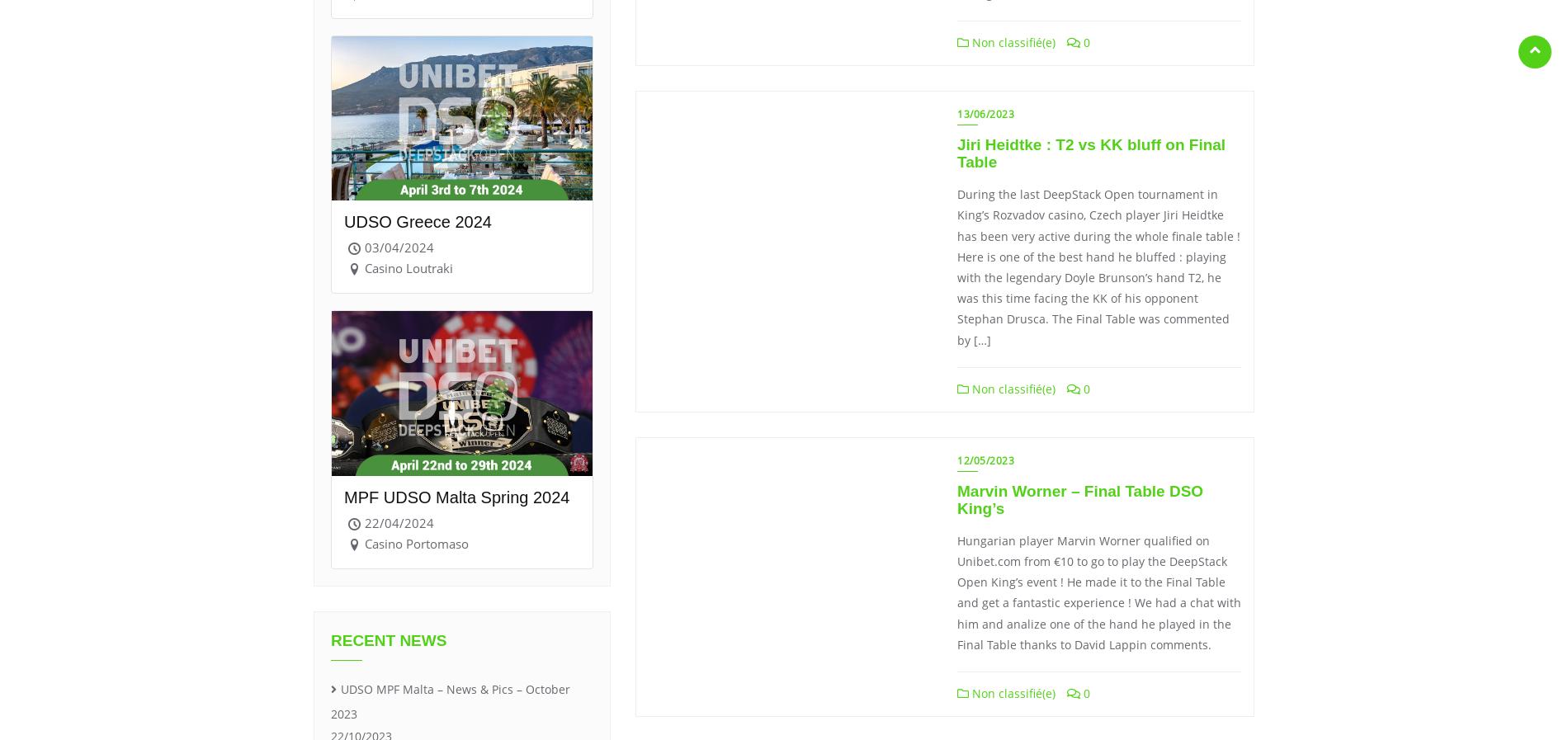 This screenshot has height=740, width=1568. Describe the element at coordinates (956, 500) in the screenshot. I see `'Marvin Worner – Final Table DSO King’s'` at that location.